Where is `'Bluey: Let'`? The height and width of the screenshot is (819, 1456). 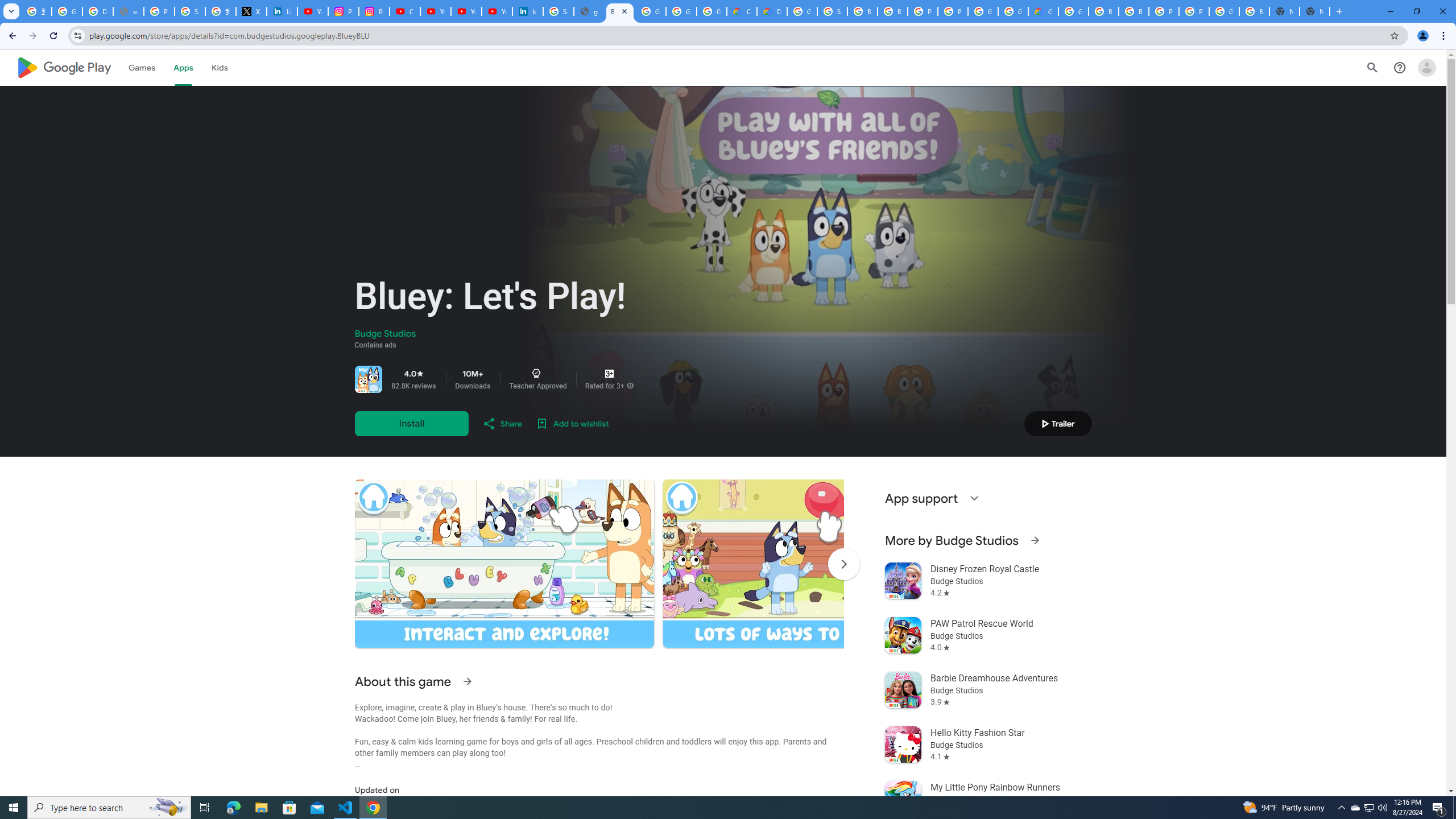 'Bluey: Let' is located at coordinates (619, 11).